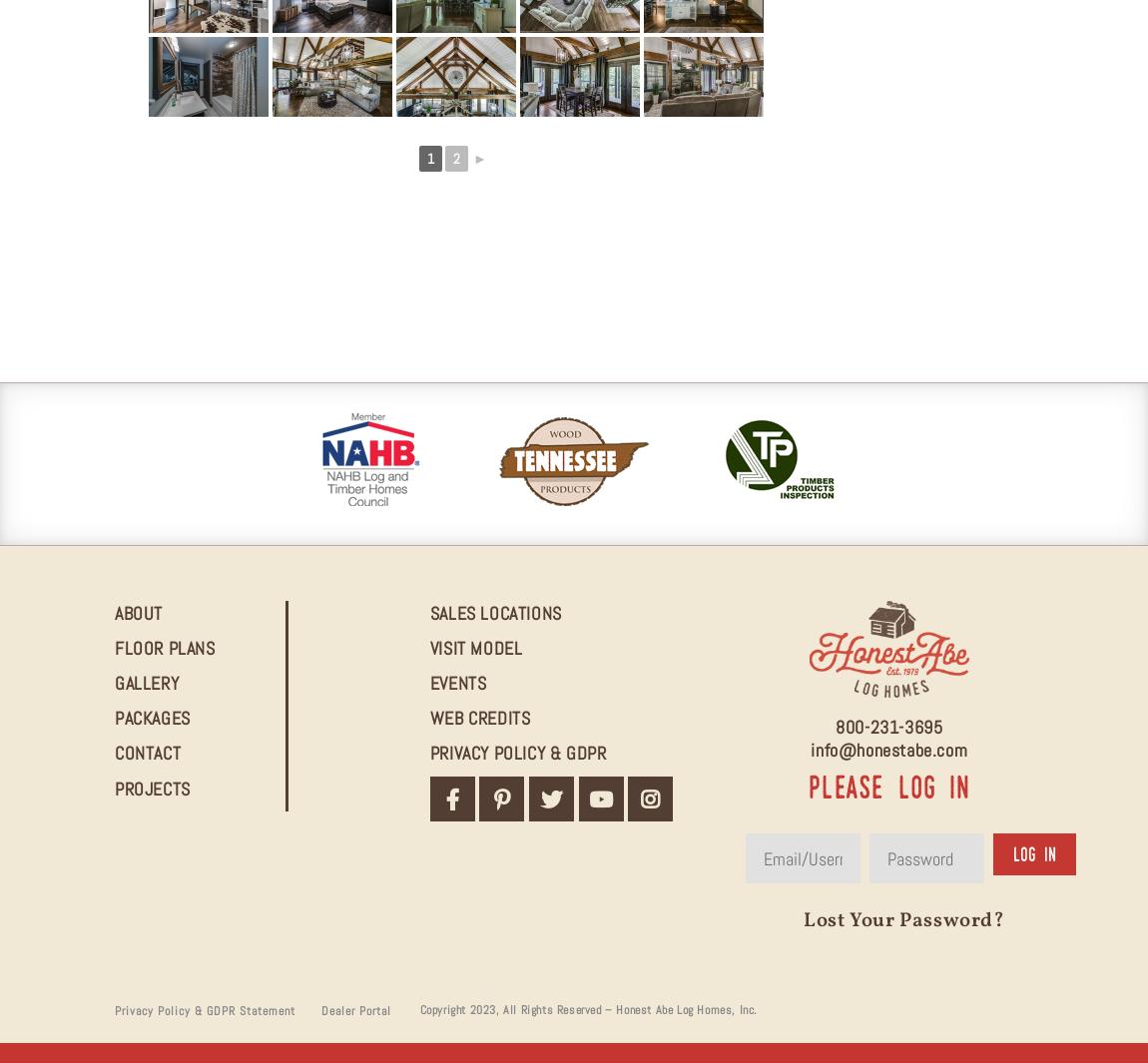 This screenshot has width=1148, height=1063. I want to click on 'Visit Model', so click(475, 647).